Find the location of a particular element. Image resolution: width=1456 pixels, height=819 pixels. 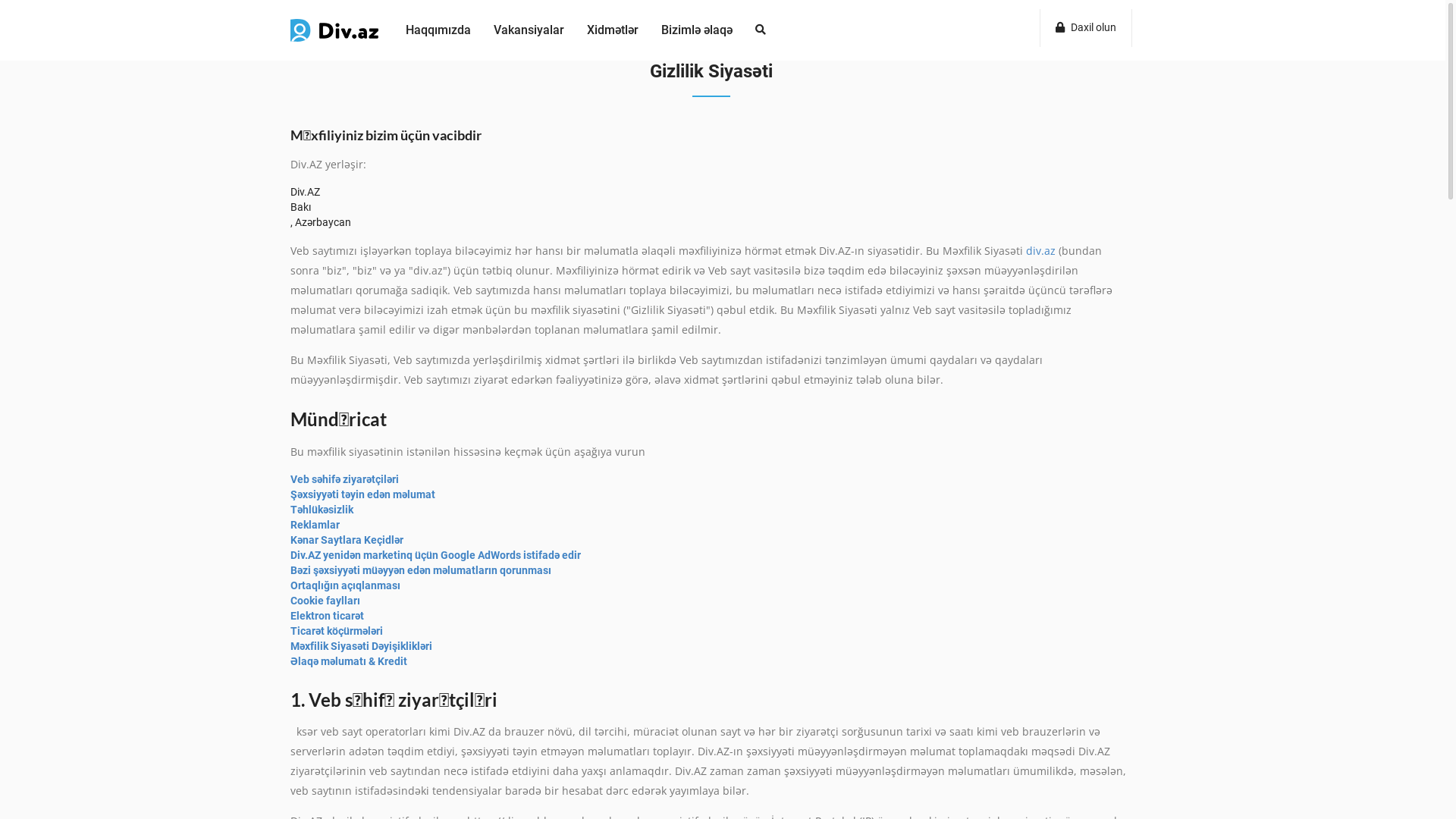

'Vakansiyalar' is located at coordinates (488, 30).